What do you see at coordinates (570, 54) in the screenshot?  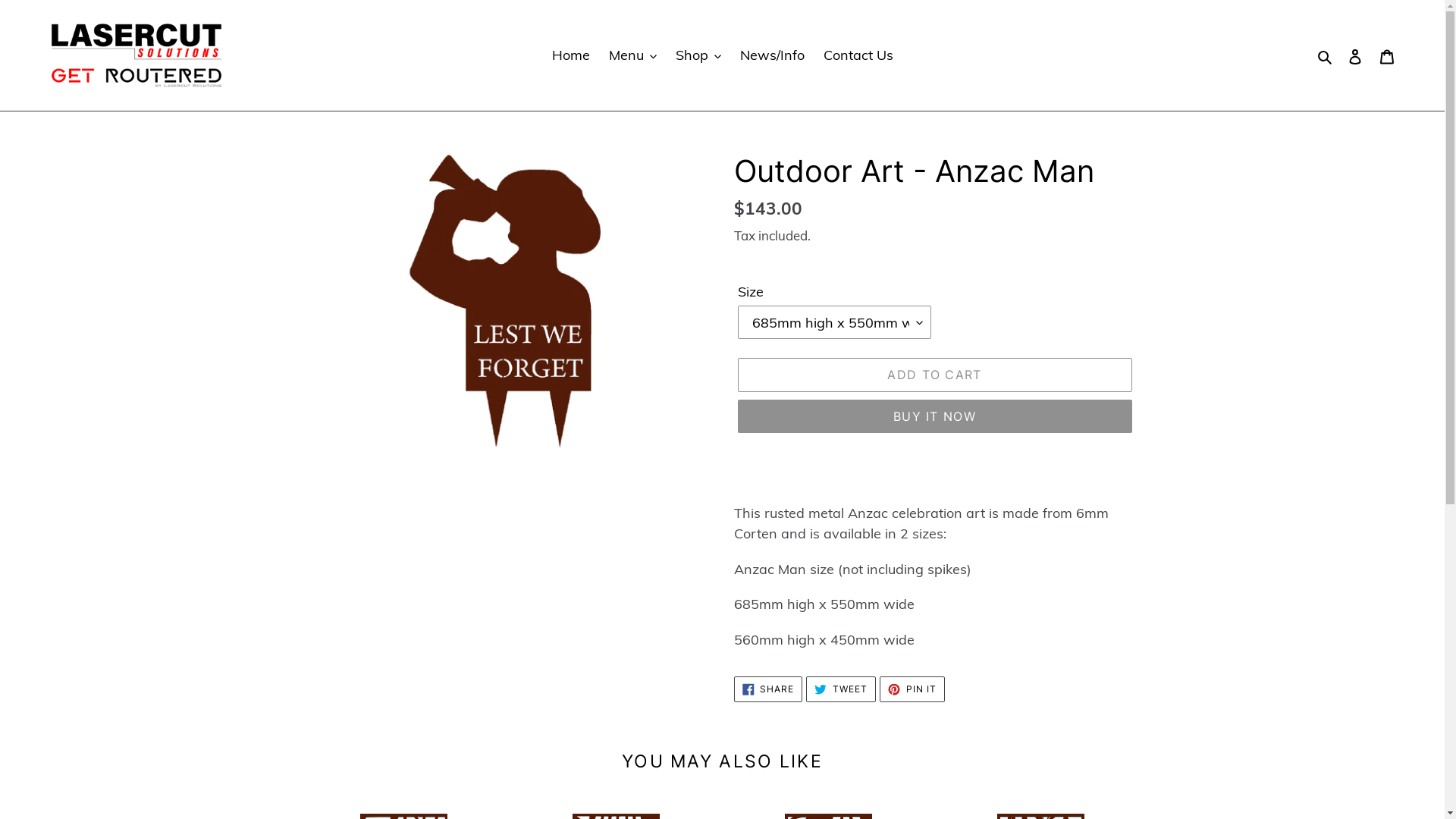 I see `'Home'` at bounding box center [570, 54].